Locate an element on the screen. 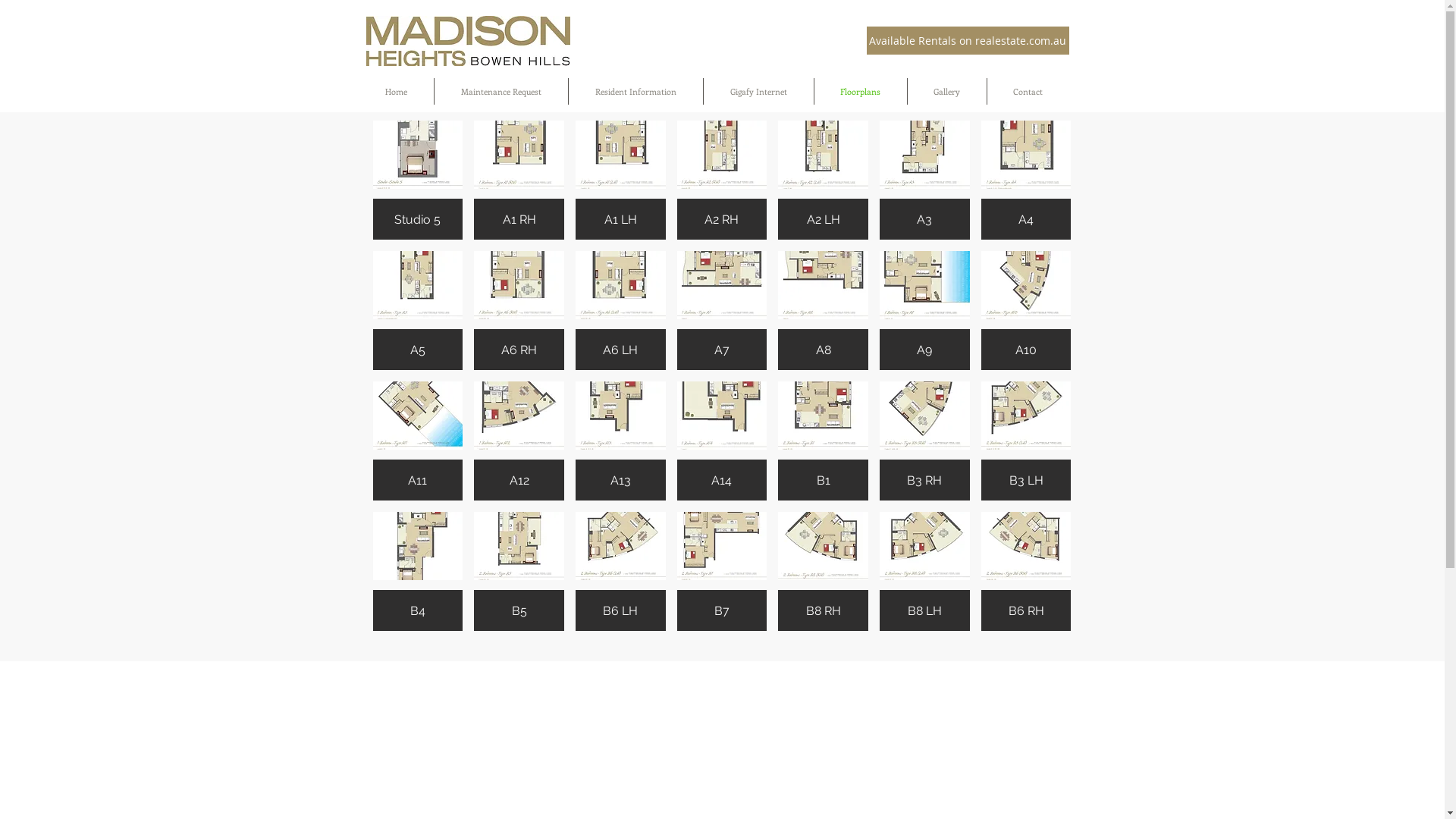 The image size is (1456, 819). 'Gallery' is located at coordinates (946, 91).